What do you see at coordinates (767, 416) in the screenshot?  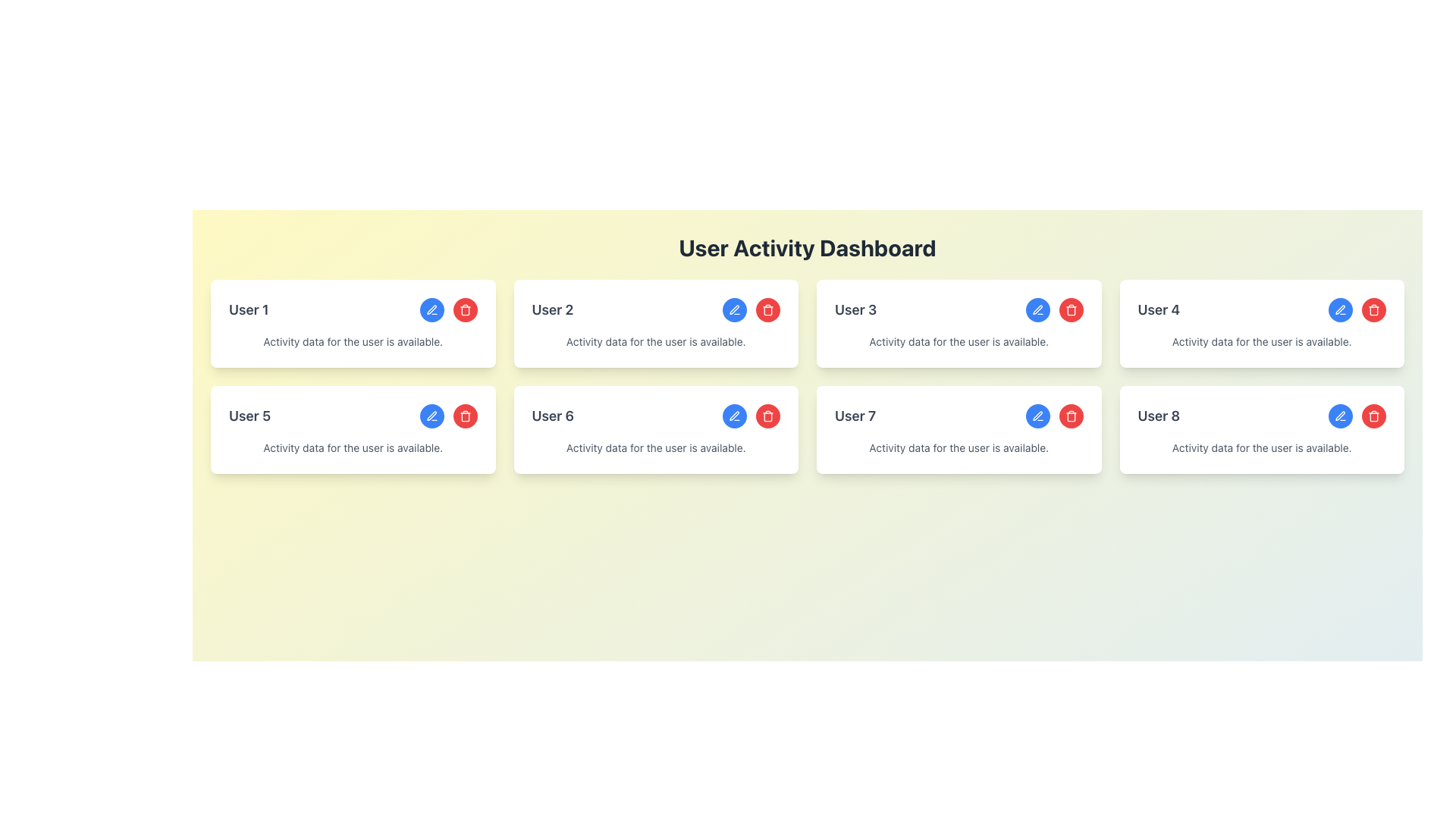 I see `the small red trash can icon located on the 'User 6' card in the dashboard to possibly reveal a tooltip` at bounding box center [767, 416].